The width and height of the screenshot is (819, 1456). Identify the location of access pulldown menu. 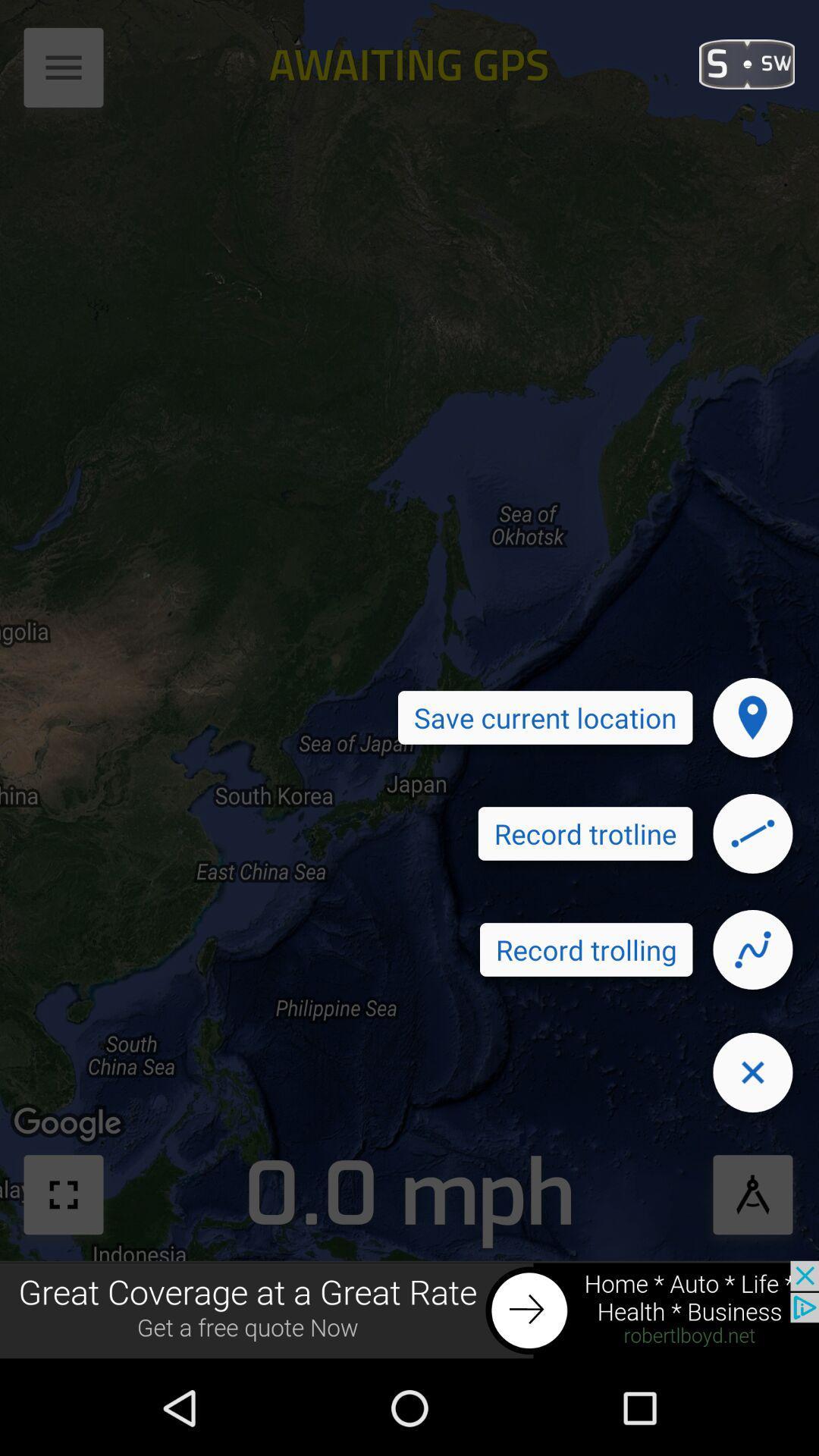
(64, 72).